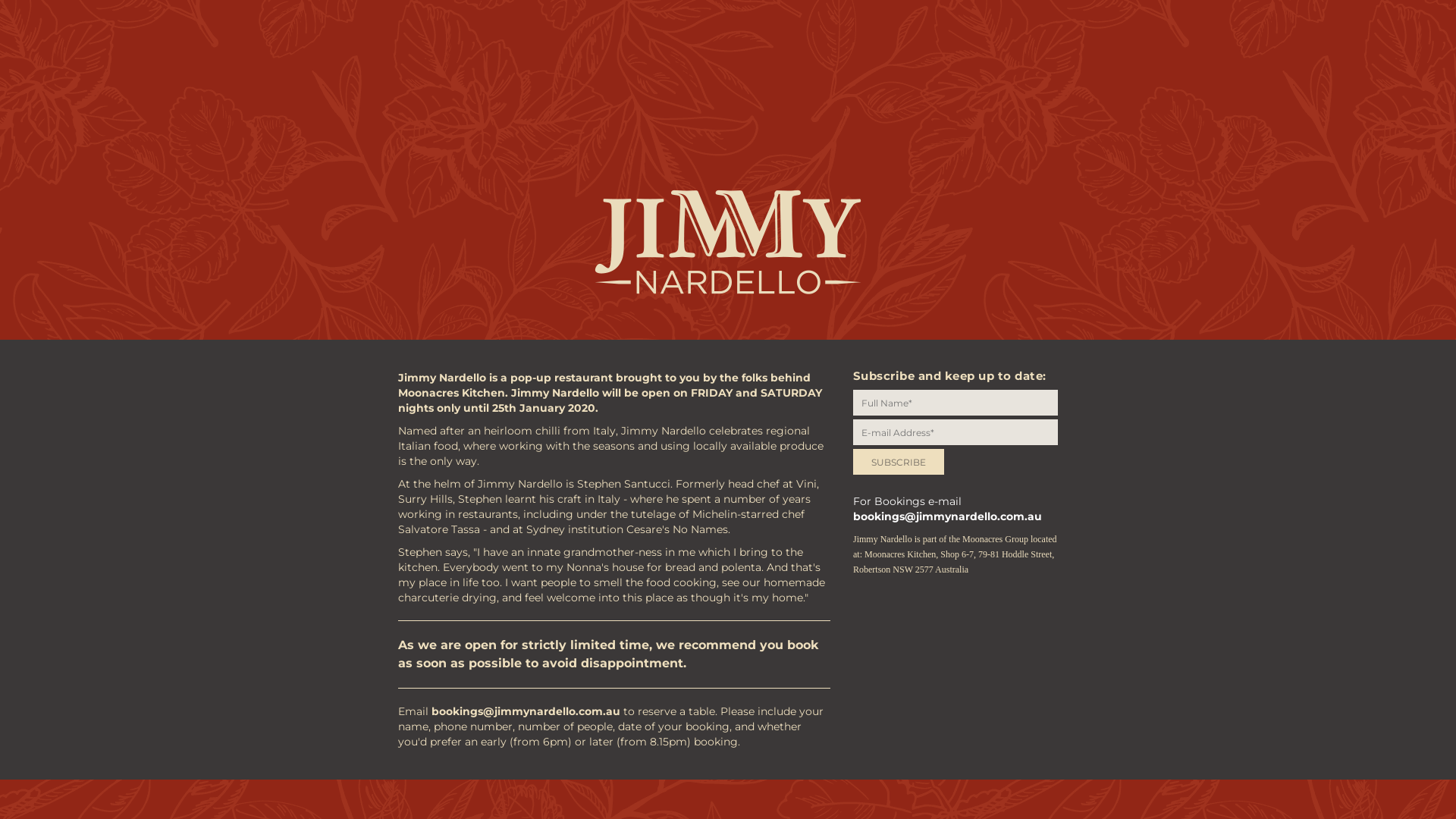  I want to click on 'SUBSCRIBE', so click(899, 461).